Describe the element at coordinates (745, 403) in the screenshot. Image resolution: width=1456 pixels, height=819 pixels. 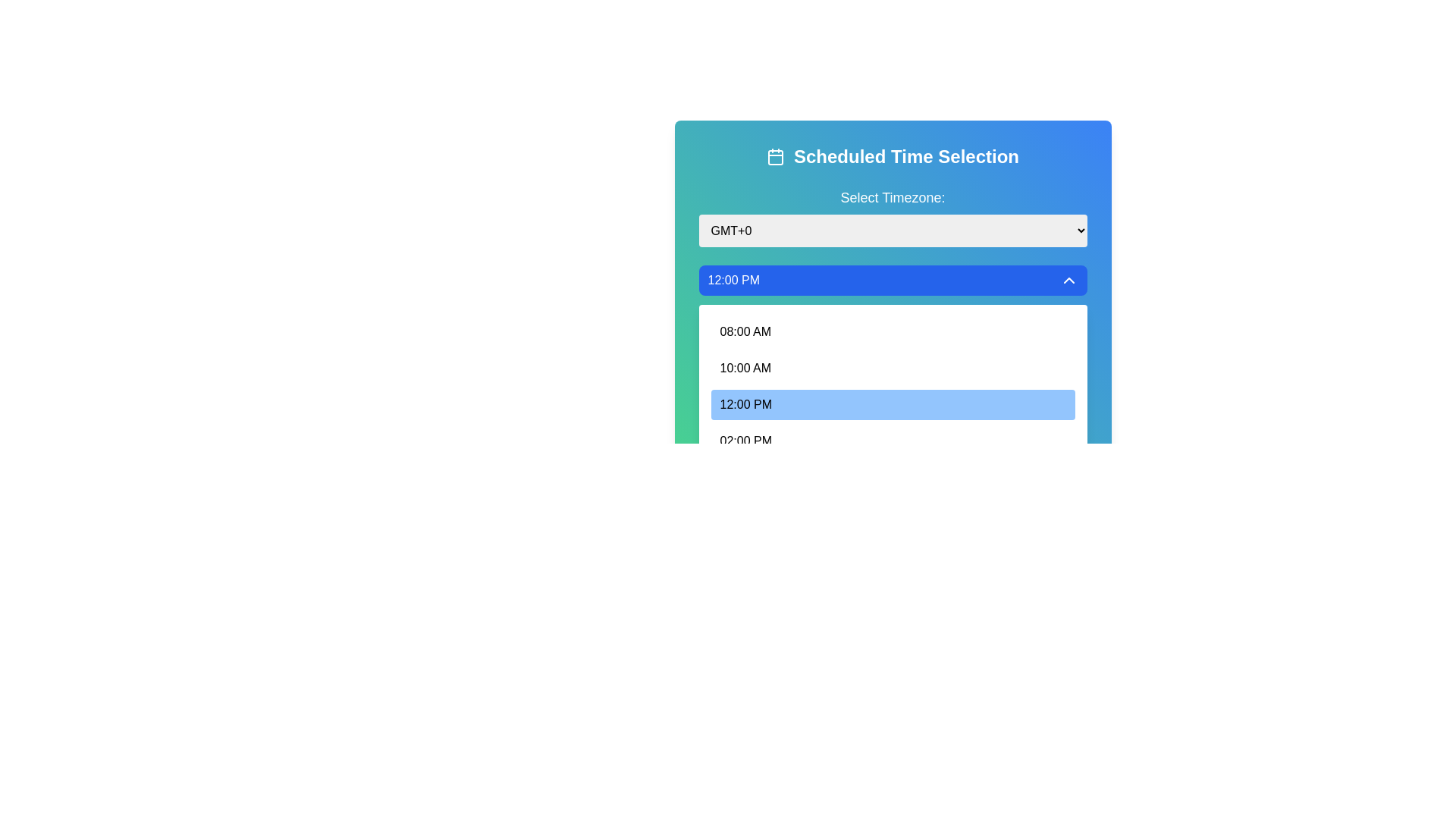
I see `the selectable list item displaying '12:00 PM' in the dropdown menu` at that location.